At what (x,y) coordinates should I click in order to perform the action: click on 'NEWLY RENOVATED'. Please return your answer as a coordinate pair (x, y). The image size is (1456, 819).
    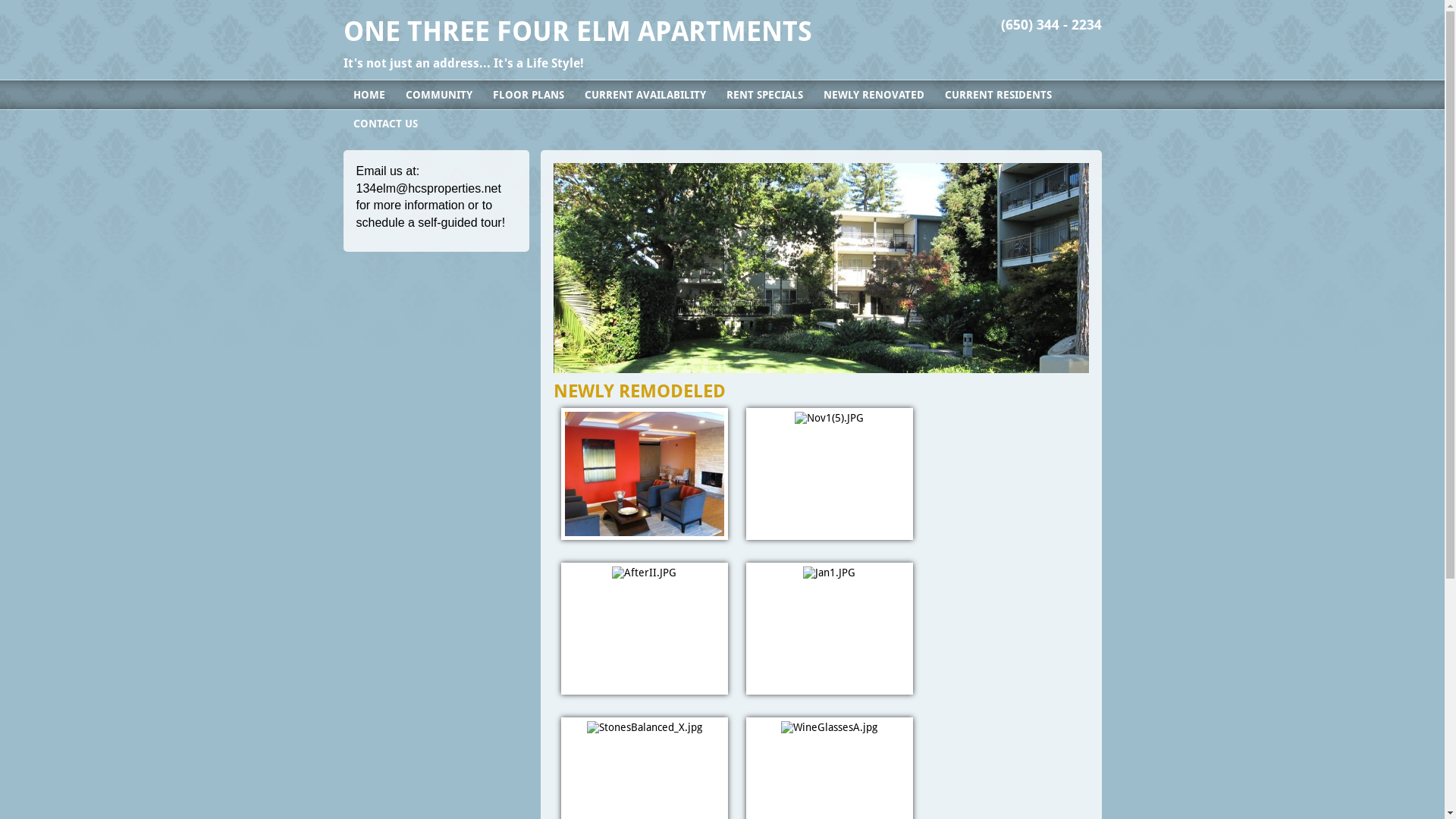
    Looking at the image, I should click on (873, 94).